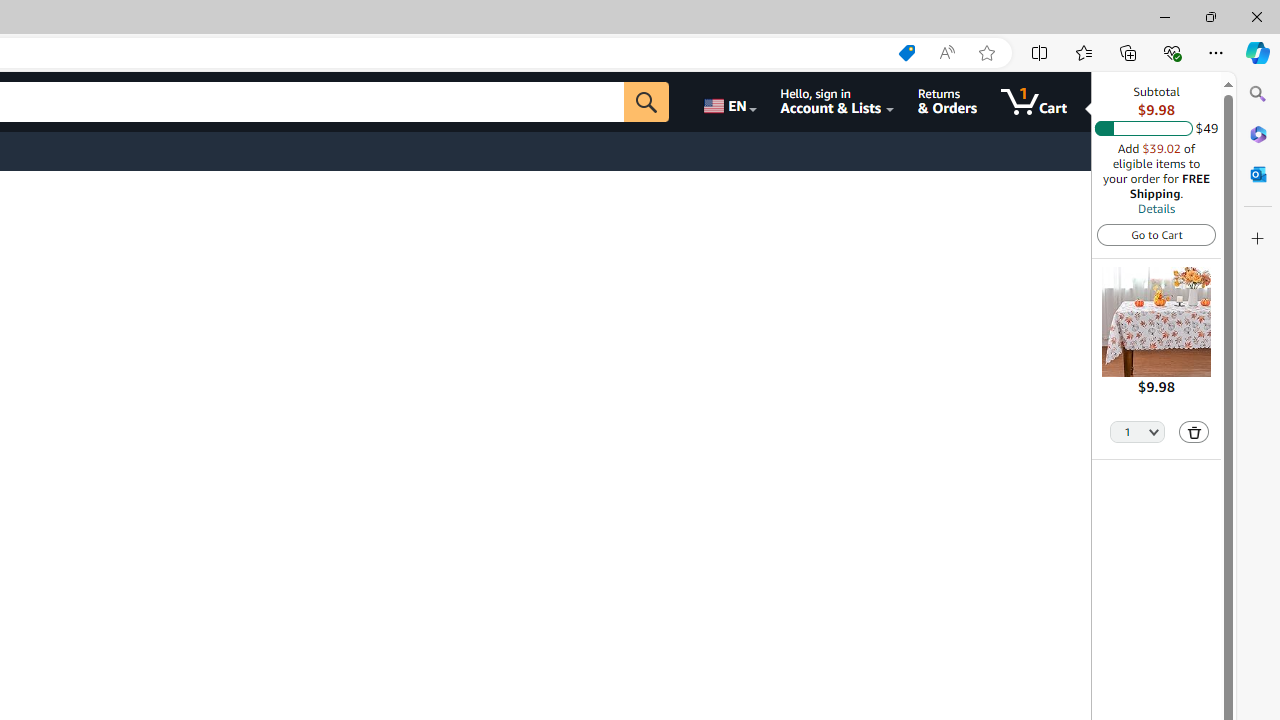 The image size is (1280, 720). What do you see at coordinates (1171, 51) in the screenshot?
I see `'Browser essentials'` at bounding box center [1171, 51].